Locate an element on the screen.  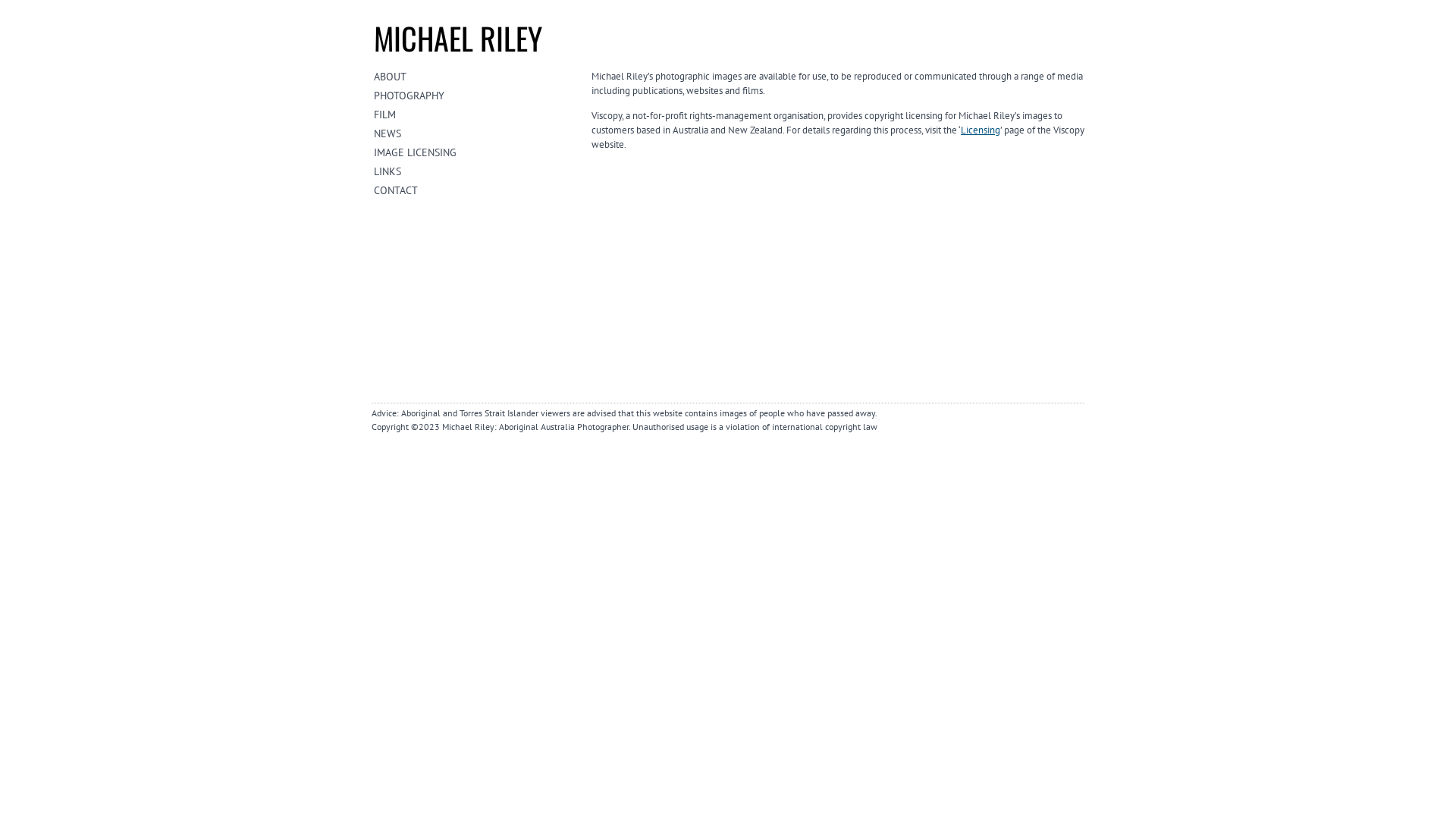
'Michael Riley: Aboriginal Australia Photographer.' is located at coordinates (441, 426).